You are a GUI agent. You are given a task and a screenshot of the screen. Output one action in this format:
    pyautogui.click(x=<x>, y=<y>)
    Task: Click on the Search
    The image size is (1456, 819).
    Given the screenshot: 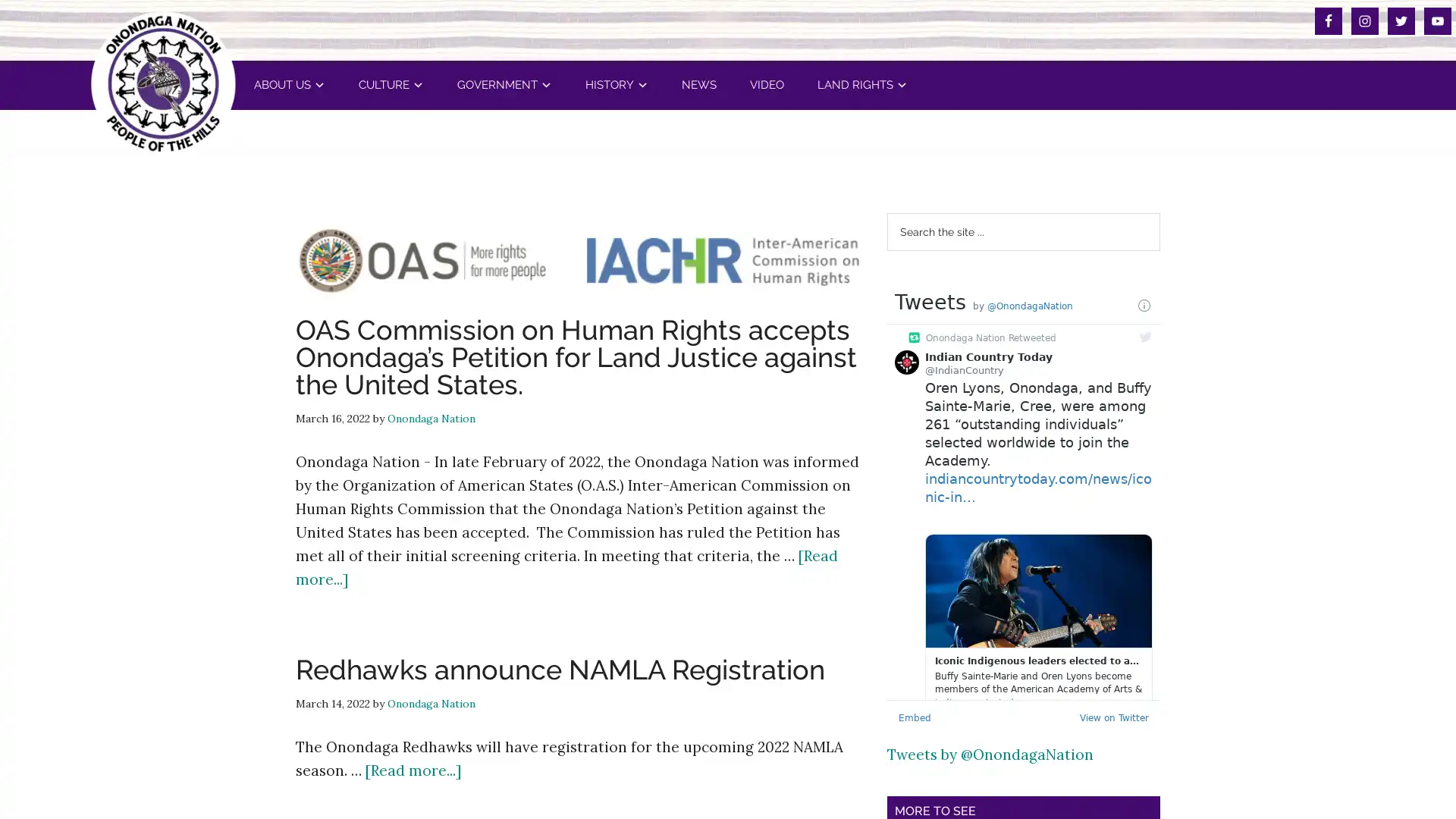 What is the action you would take?
    pyautogui.click(x=1159, y=212)
    